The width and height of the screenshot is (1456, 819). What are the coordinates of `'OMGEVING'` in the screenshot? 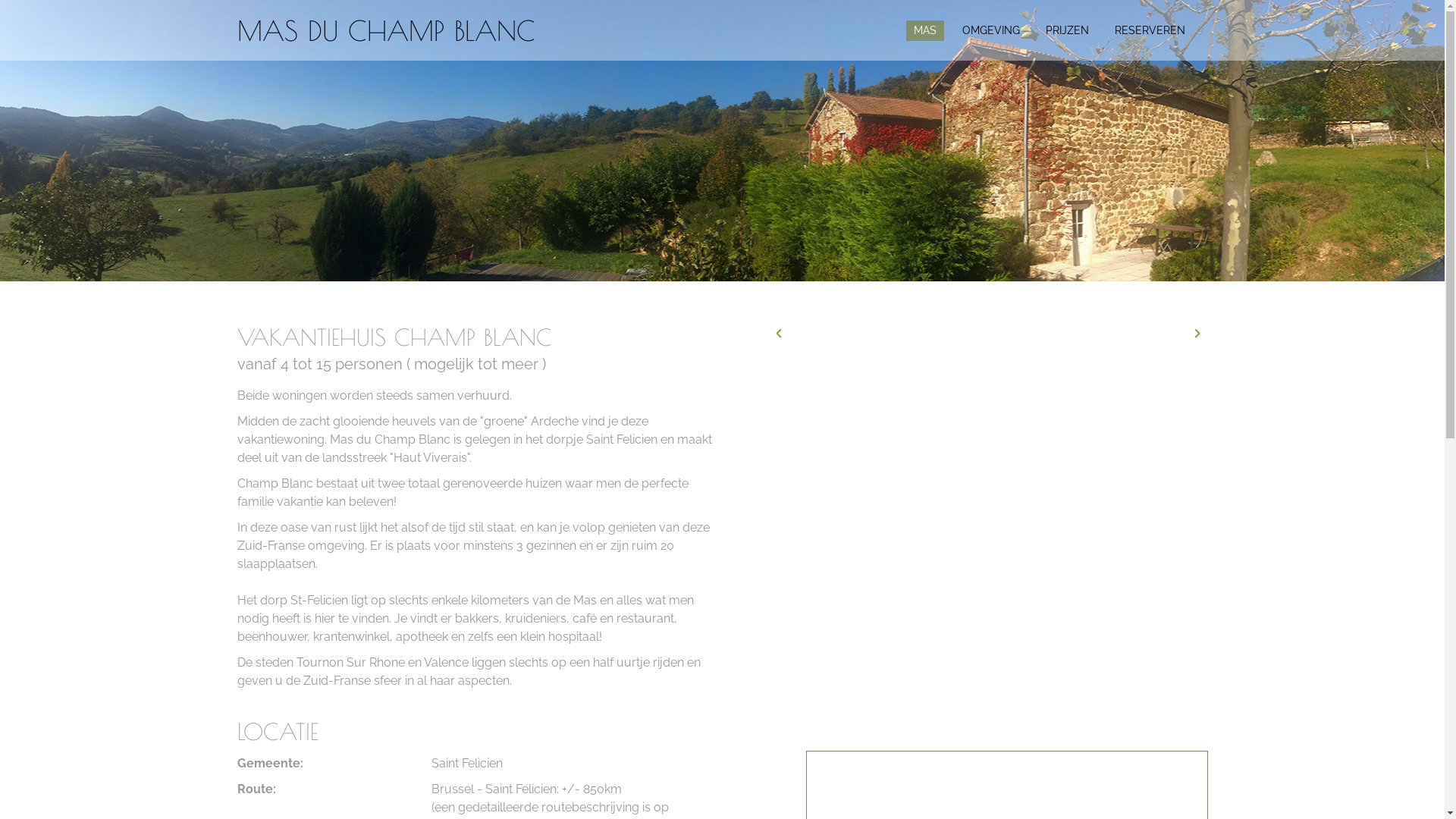 It's located at (990, 30).